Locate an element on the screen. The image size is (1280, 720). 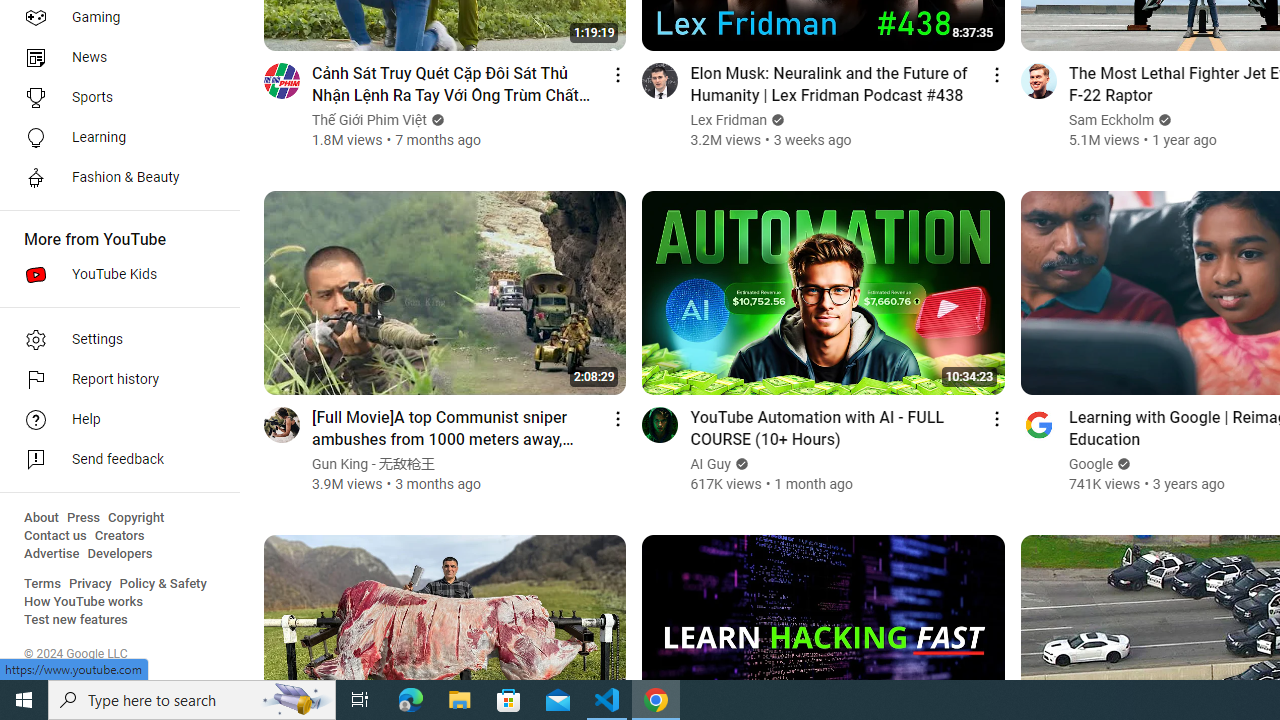
'Developers' is located at coordinates (119, 554).